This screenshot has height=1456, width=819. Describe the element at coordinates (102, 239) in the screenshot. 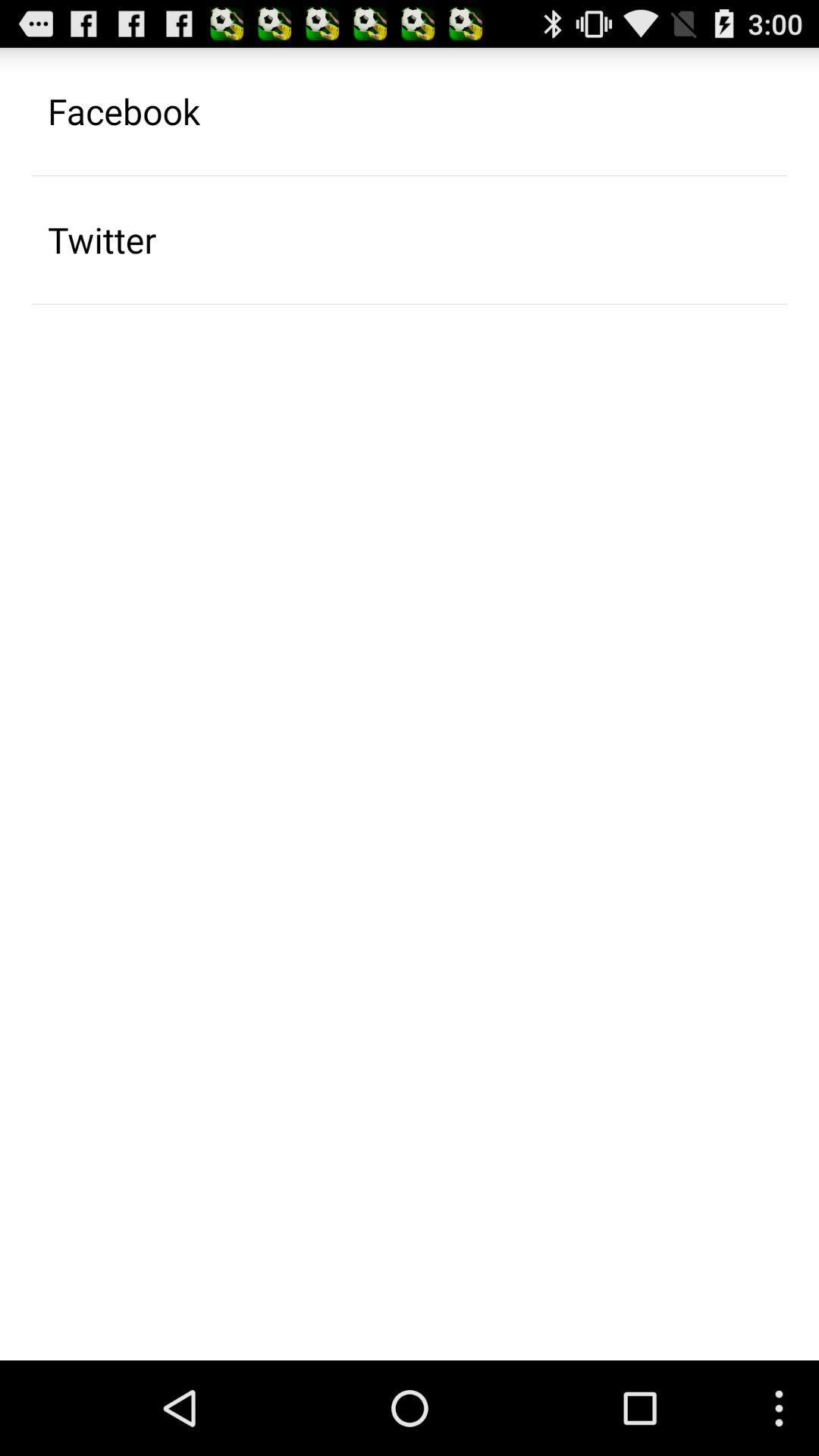

I see `the icon below the facebook` at that location.